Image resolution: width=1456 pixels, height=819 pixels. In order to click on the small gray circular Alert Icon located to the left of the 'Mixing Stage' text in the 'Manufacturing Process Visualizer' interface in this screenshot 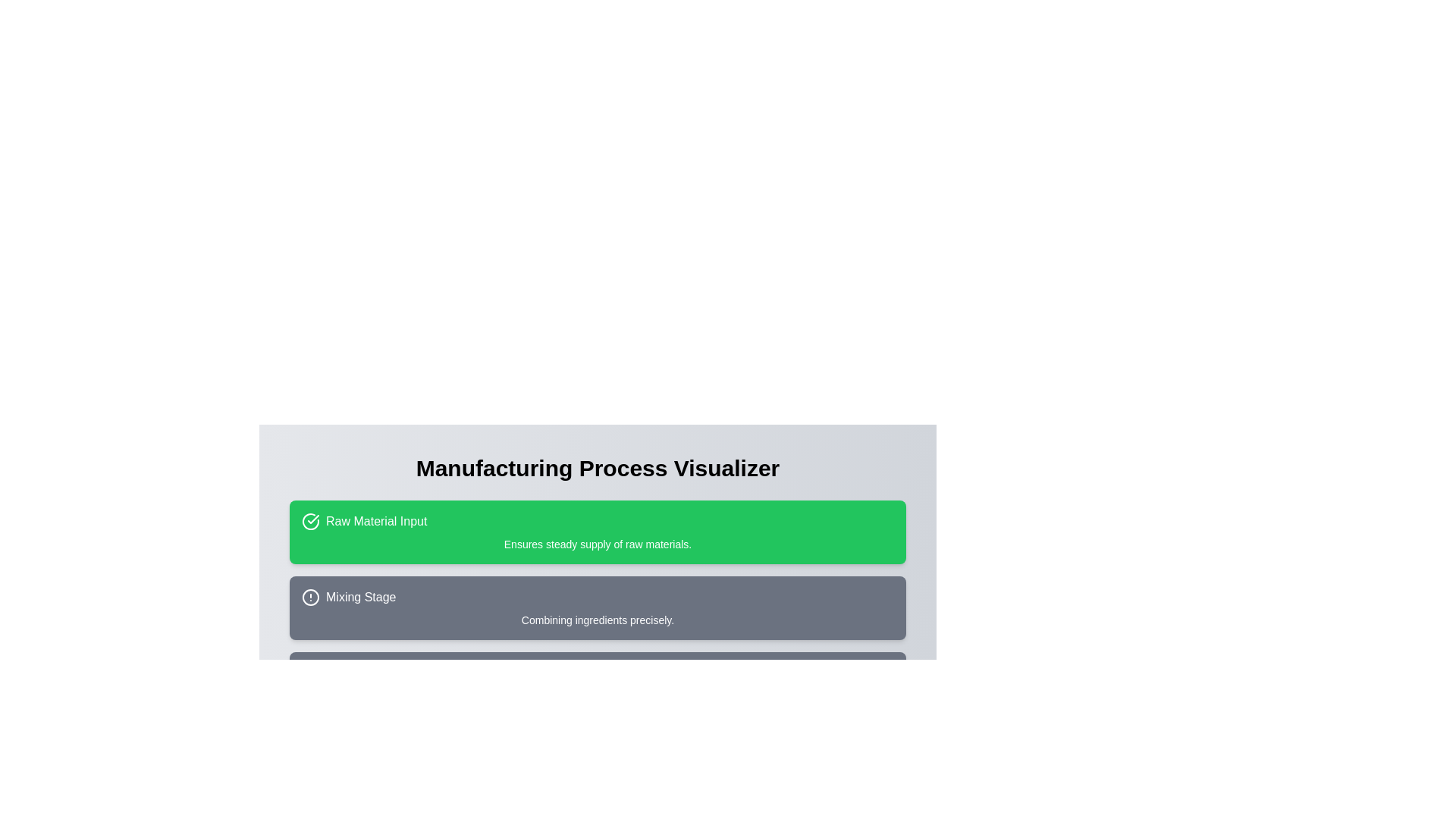, I will do `click(309, 596)`.